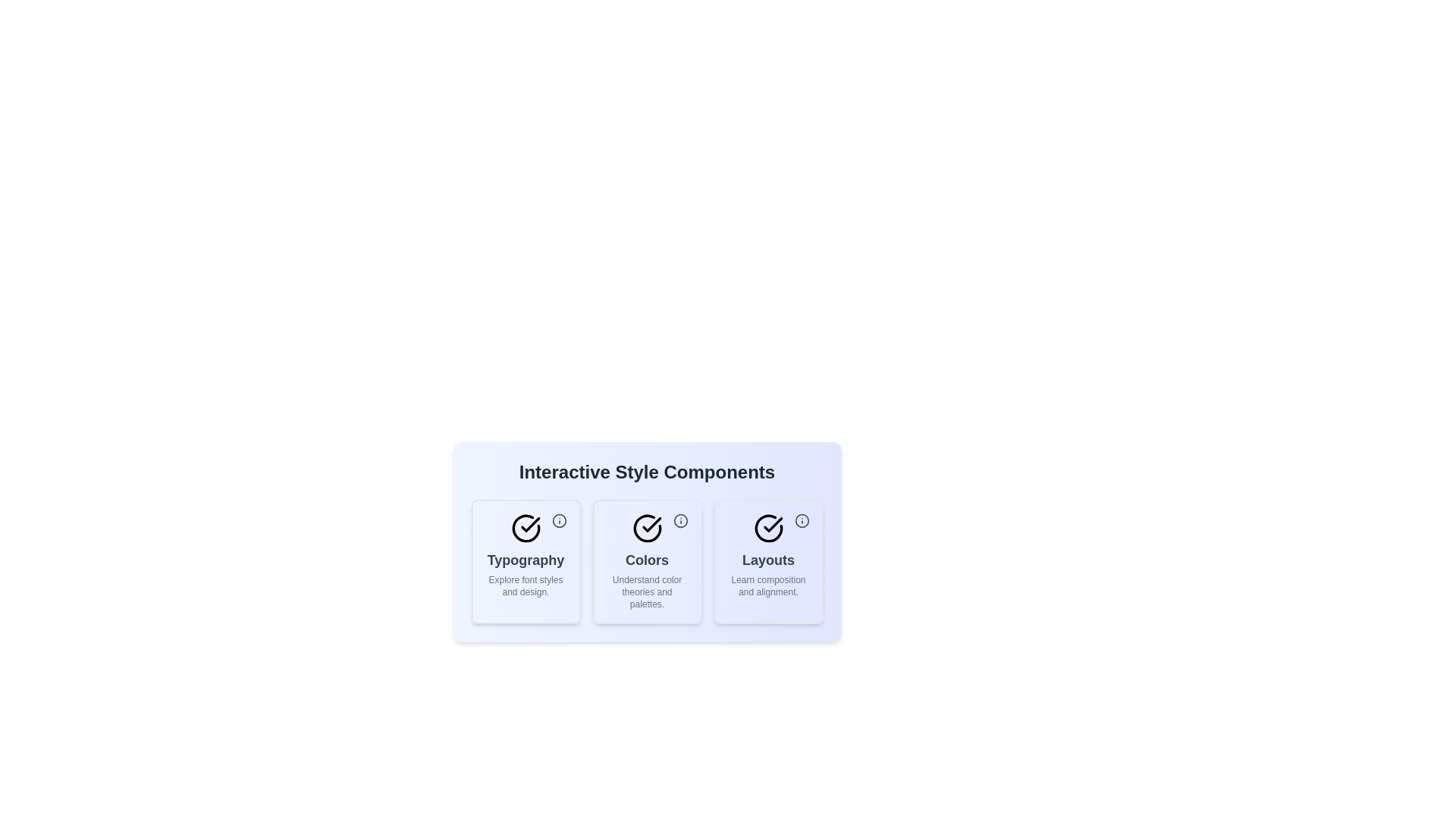 The image size is (1456, 819). Describe the element at coordinates (679, 519) in the screenshot. I see `the icon within the chip labeled 'Colors'` at that location.